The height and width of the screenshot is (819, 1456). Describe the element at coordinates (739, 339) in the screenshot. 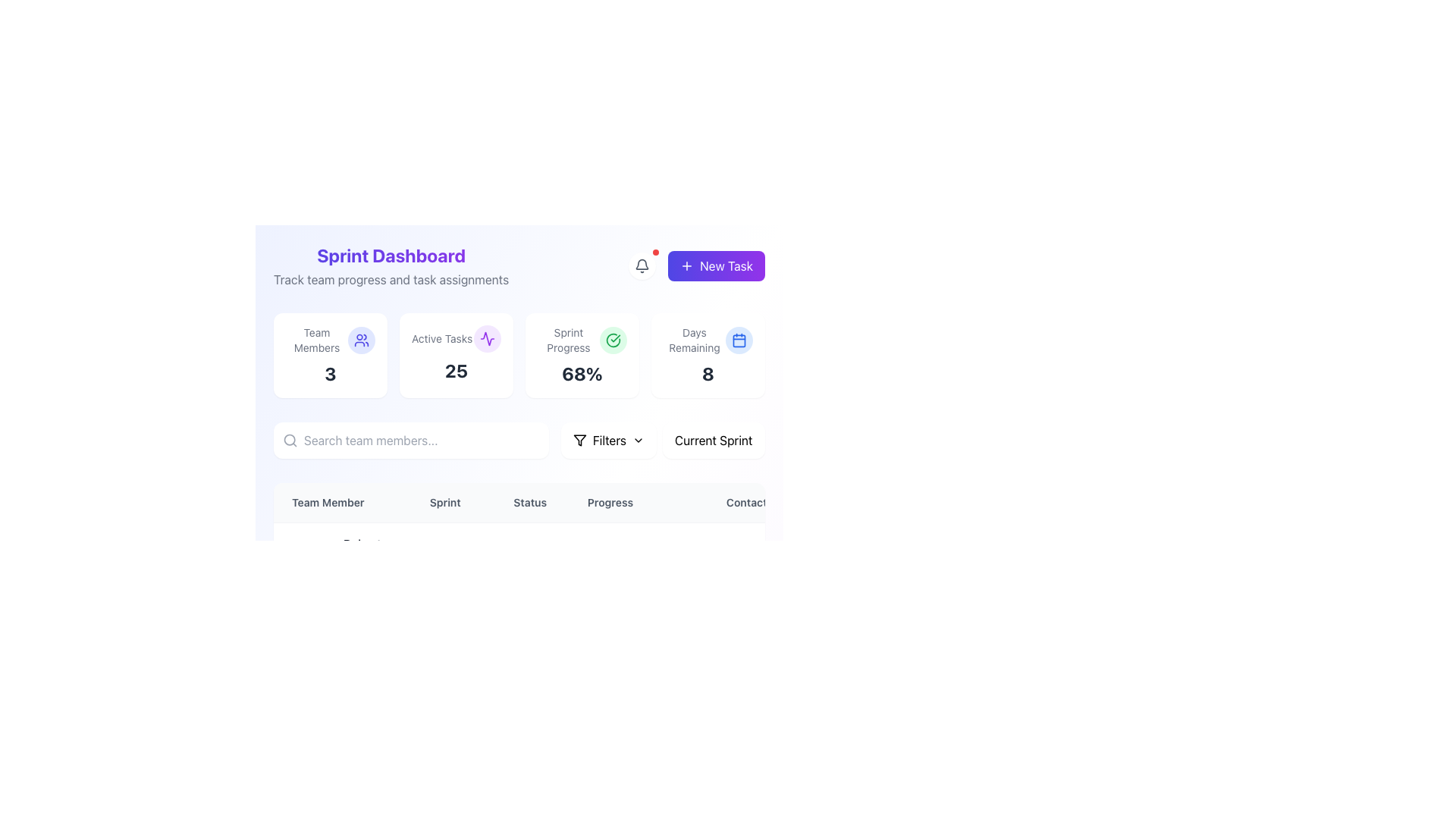

I see `the calendar icon by clicking on the rectangular SVG element with rounded corners, which is styled with a light blue background and is located within the calendar icon to the right of the dashboard header section` at that location.